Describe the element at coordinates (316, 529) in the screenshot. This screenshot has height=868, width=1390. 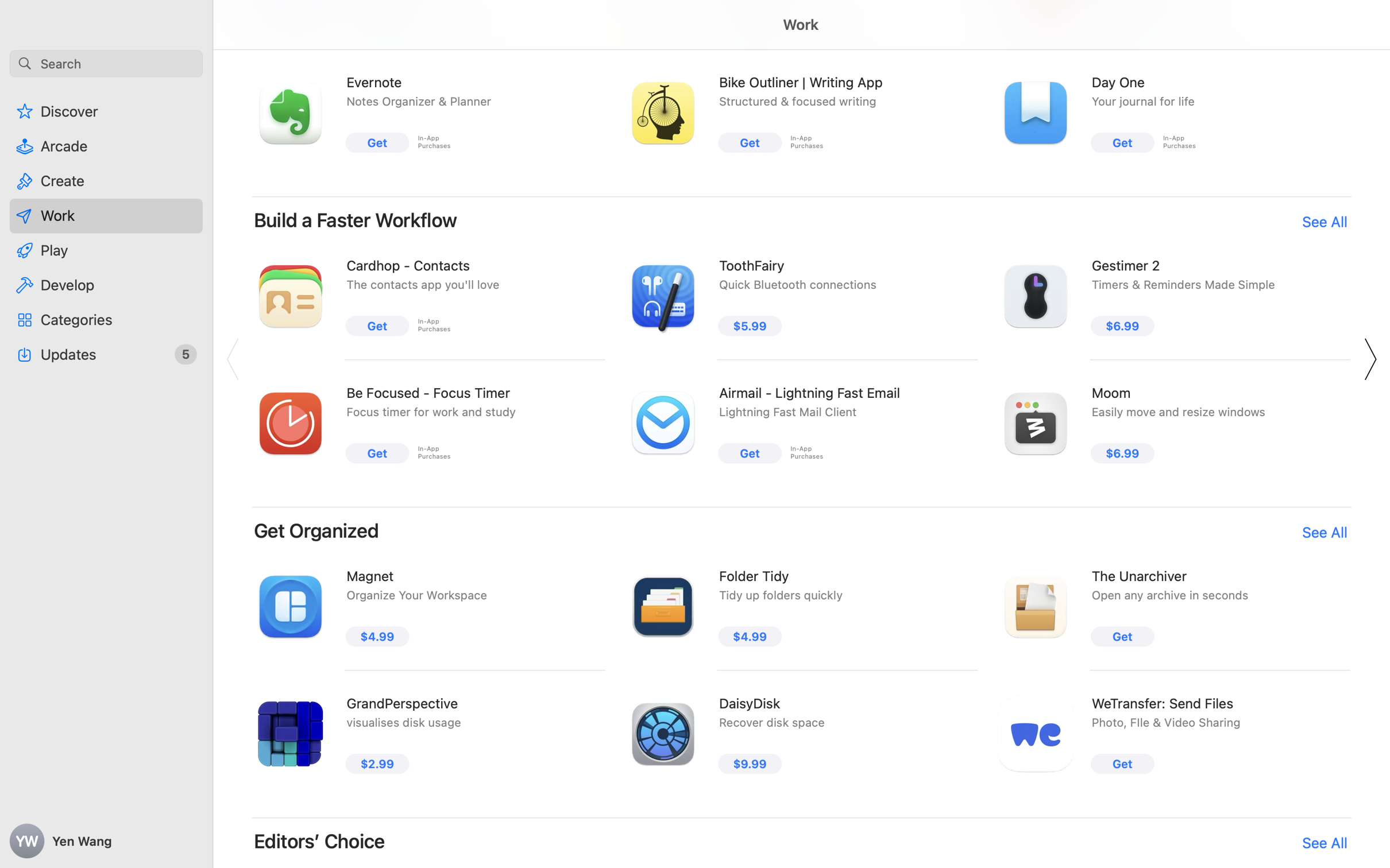
I see `'Get Organized'` at that location.